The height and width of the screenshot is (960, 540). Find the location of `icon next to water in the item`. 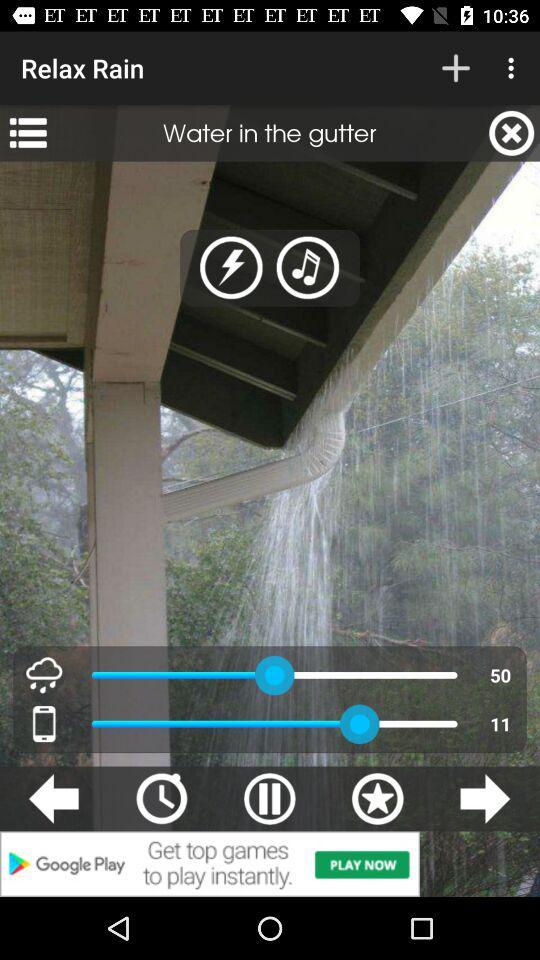

icon next to water in the item is located at coordinates (511, 132).